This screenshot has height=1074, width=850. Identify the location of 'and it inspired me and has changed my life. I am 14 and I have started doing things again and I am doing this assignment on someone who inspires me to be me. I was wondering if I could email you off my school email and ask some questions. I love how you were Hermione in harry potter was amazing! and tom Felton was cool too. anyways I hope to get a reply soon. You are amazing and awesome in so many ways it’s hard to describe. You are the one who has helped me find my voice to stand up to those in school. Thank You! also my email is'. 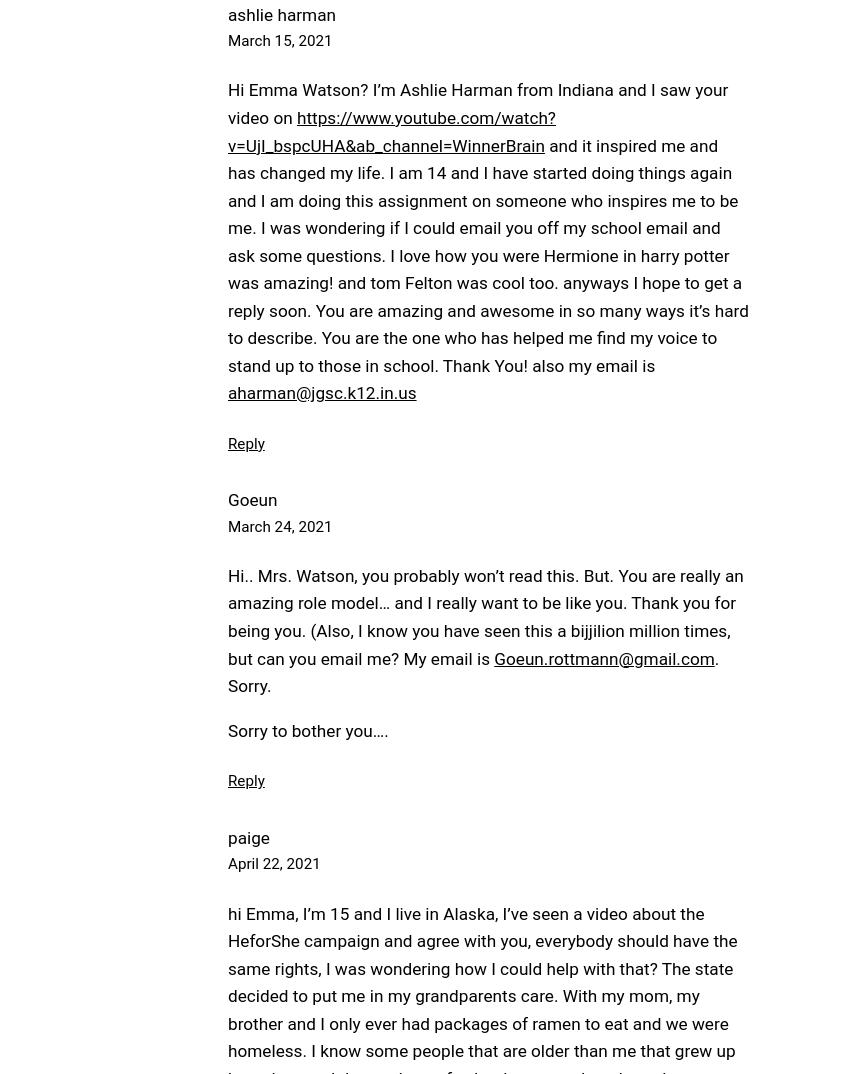
(487, 253).